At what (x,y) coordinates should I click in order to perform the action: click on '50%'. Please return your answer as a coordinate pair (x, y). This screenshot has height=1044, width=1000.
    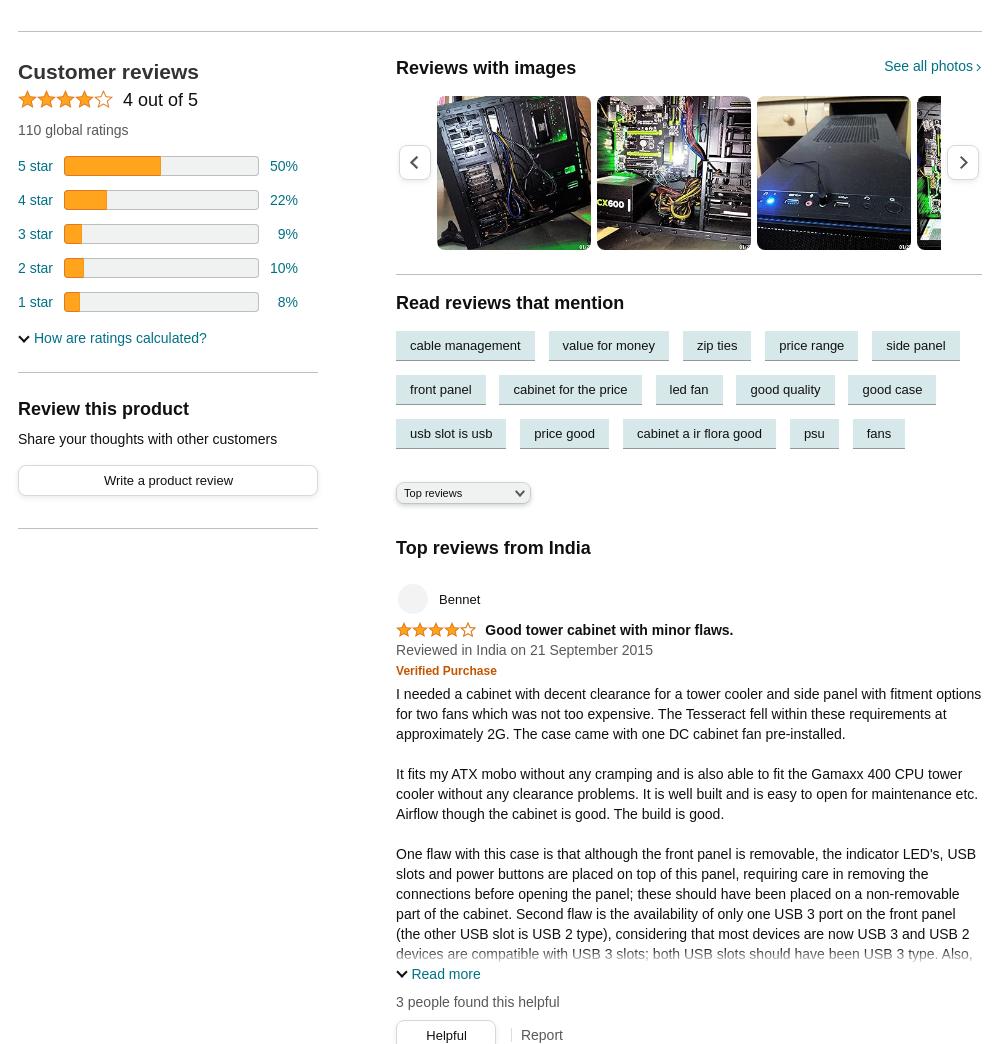
    Looking at the image, I should click on (283, 164).